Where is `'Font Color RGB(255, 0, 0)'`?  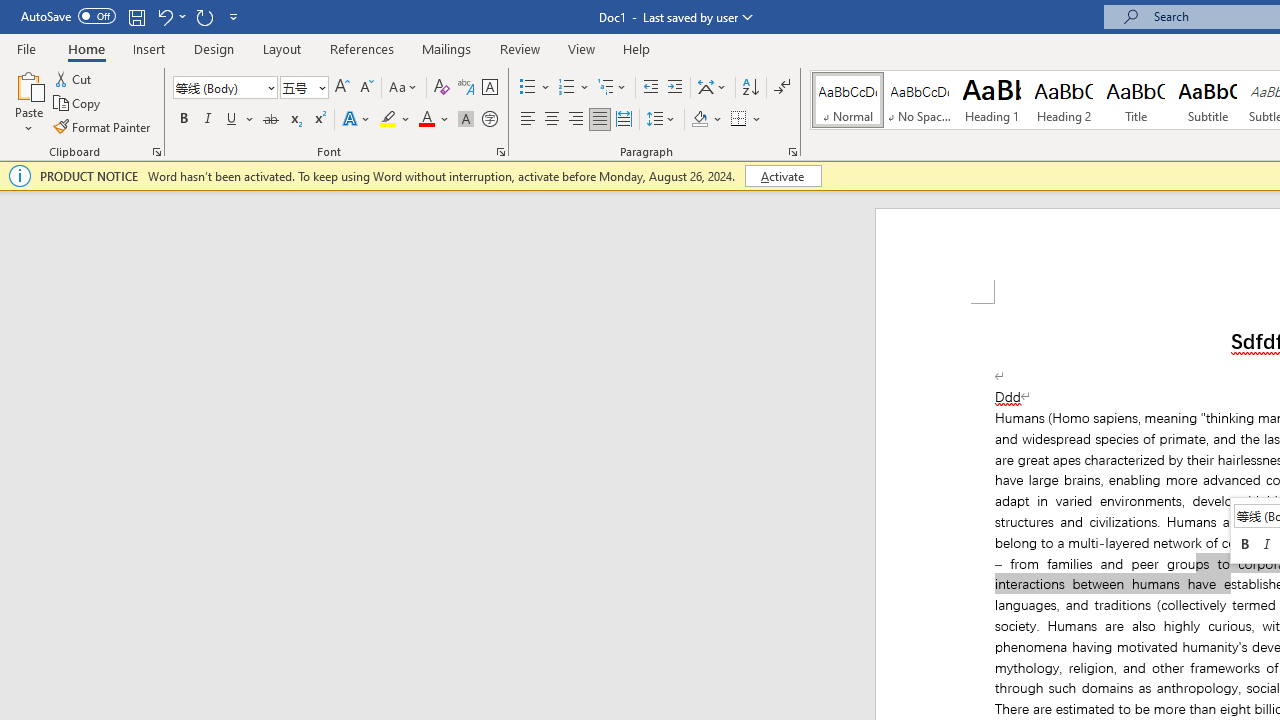
'Font Color RGB(255, 0, 0)' is located at coordinates (425, 119).